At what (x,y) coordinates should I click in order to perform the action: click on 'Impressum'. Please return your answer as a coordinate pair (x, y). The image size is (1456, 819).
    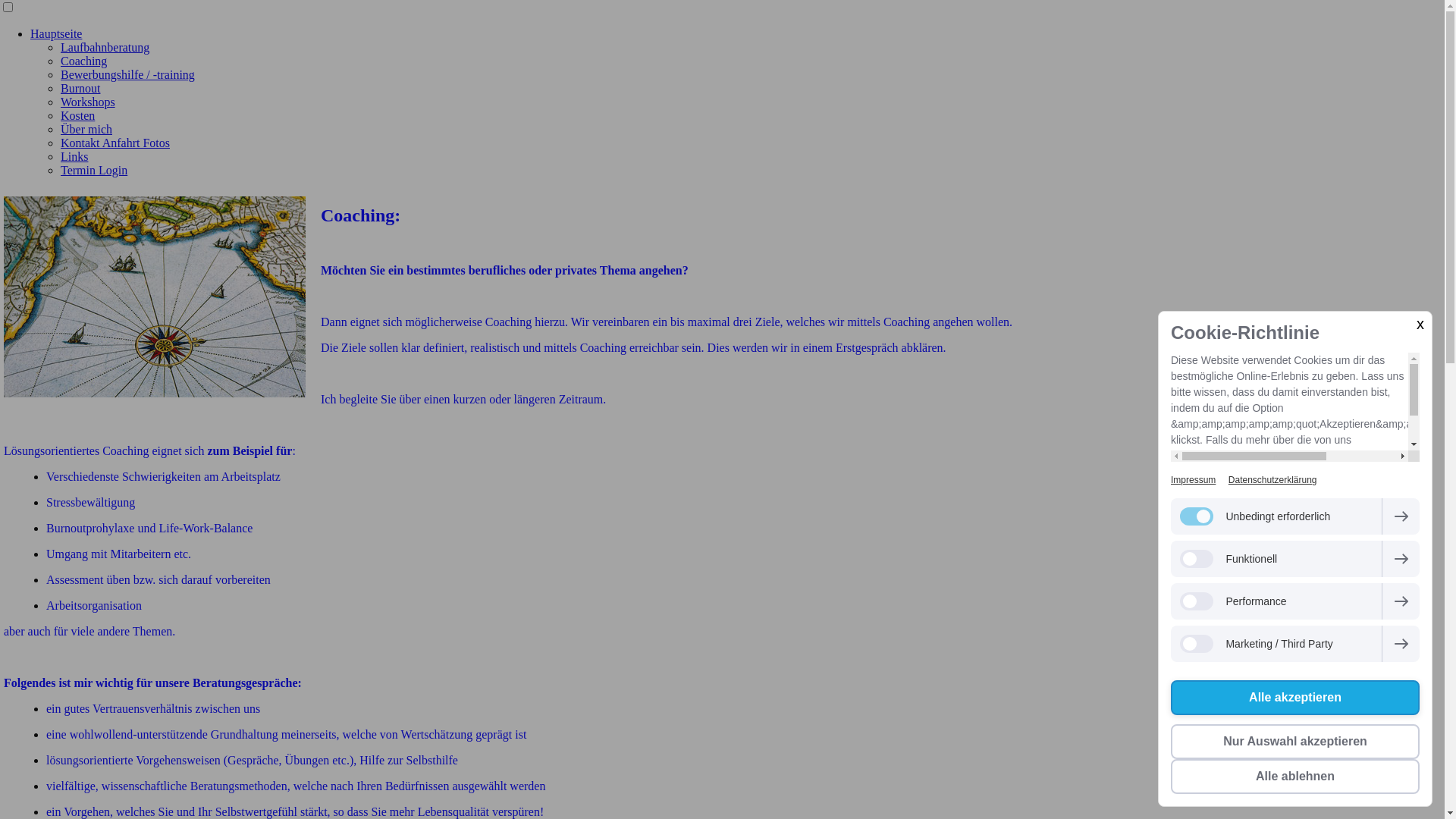
    Looking at the image, I should click on (1192, 479).